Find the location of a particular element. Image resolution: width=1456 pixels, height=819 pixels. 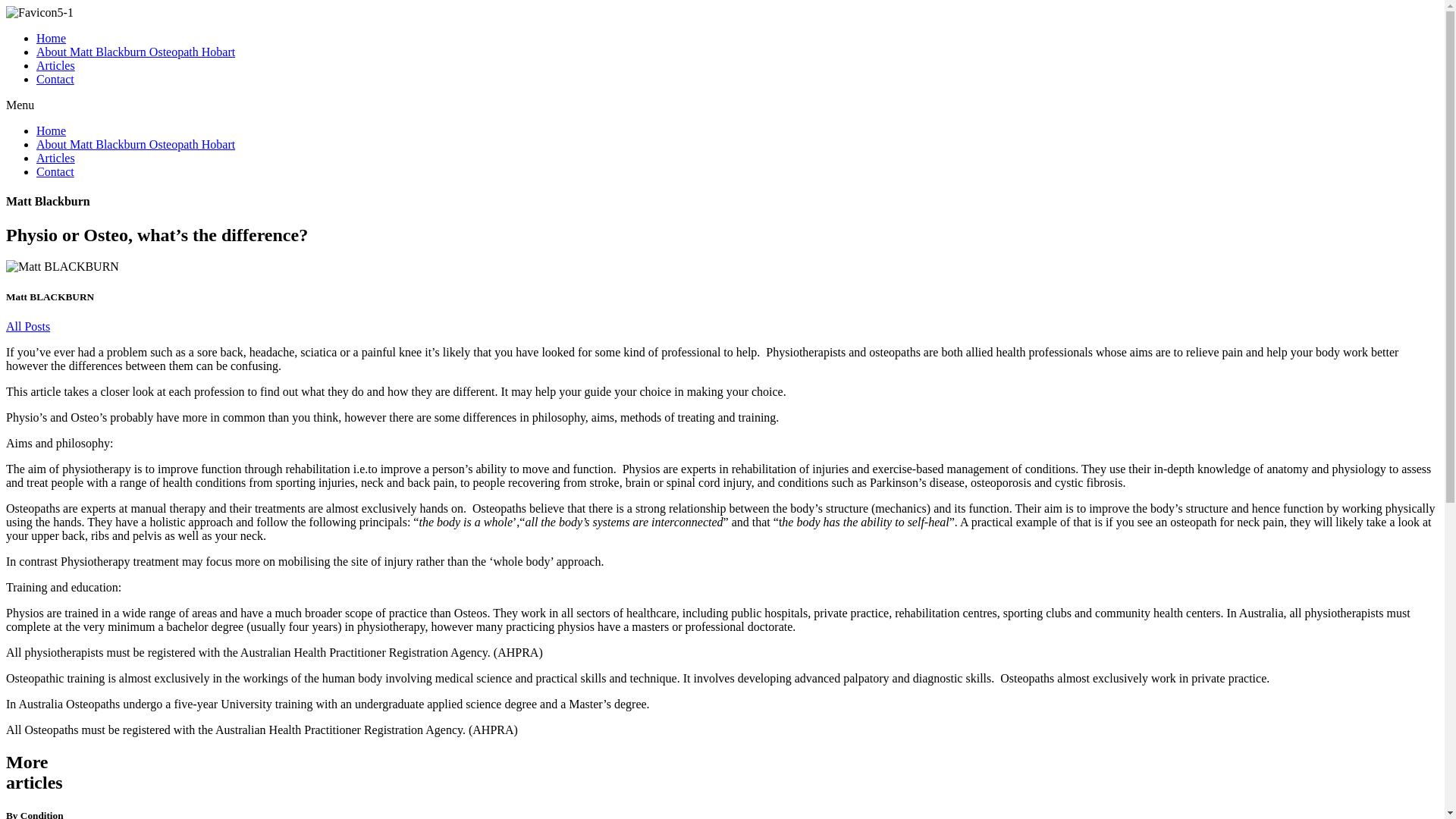

'About Matt Blackburn Osteopath Hobart' is located at coordinates (135, 144).